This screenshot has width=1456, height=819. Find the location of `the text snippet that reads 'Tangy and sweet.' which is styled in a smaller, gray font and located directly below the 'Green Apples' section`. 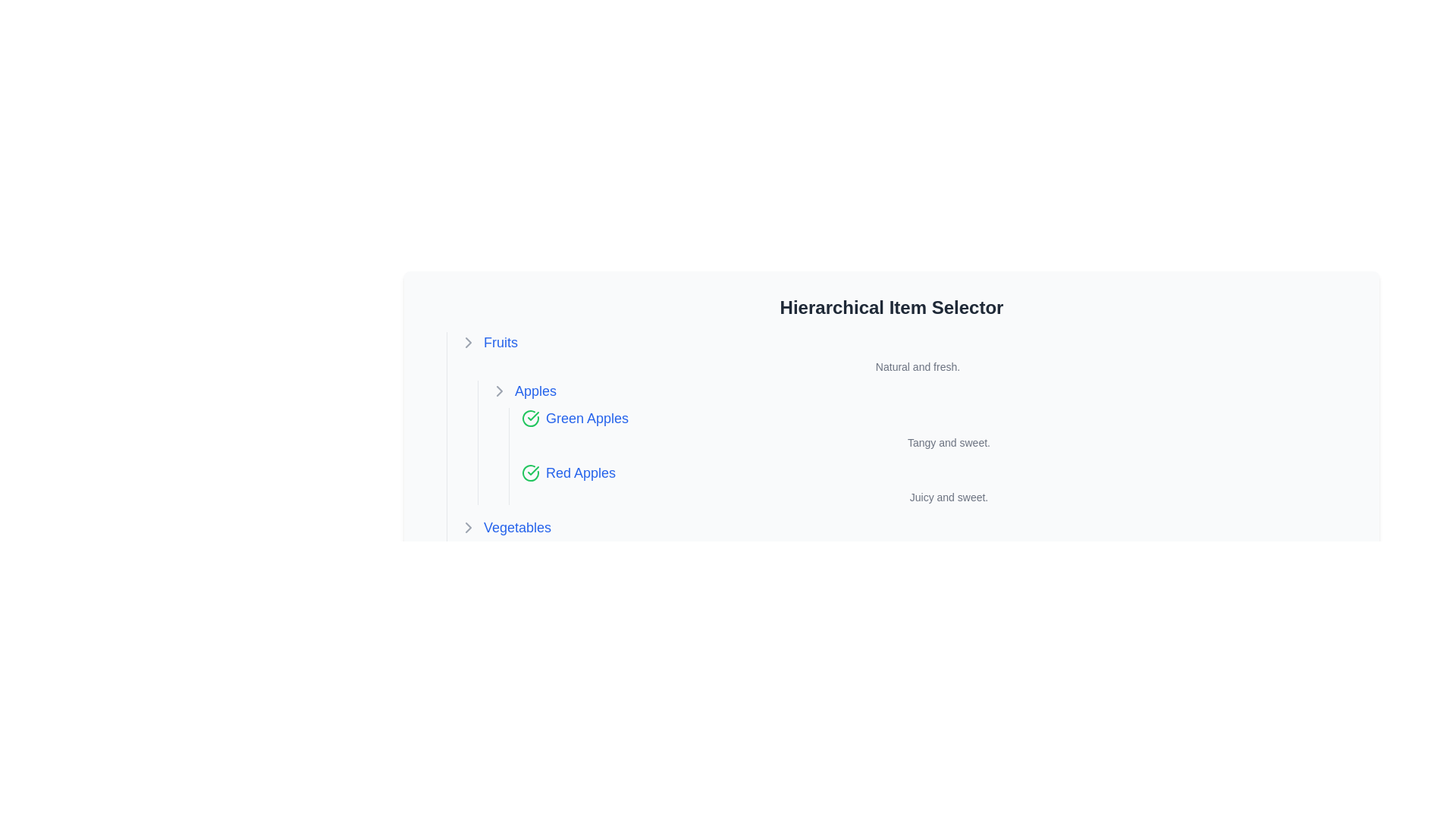

the text snippet that reads 'Tangy and sweet.' which is styled in a smaller, gray font and located directly below the 'Green Apples' section is located at coordinates (937, 442).